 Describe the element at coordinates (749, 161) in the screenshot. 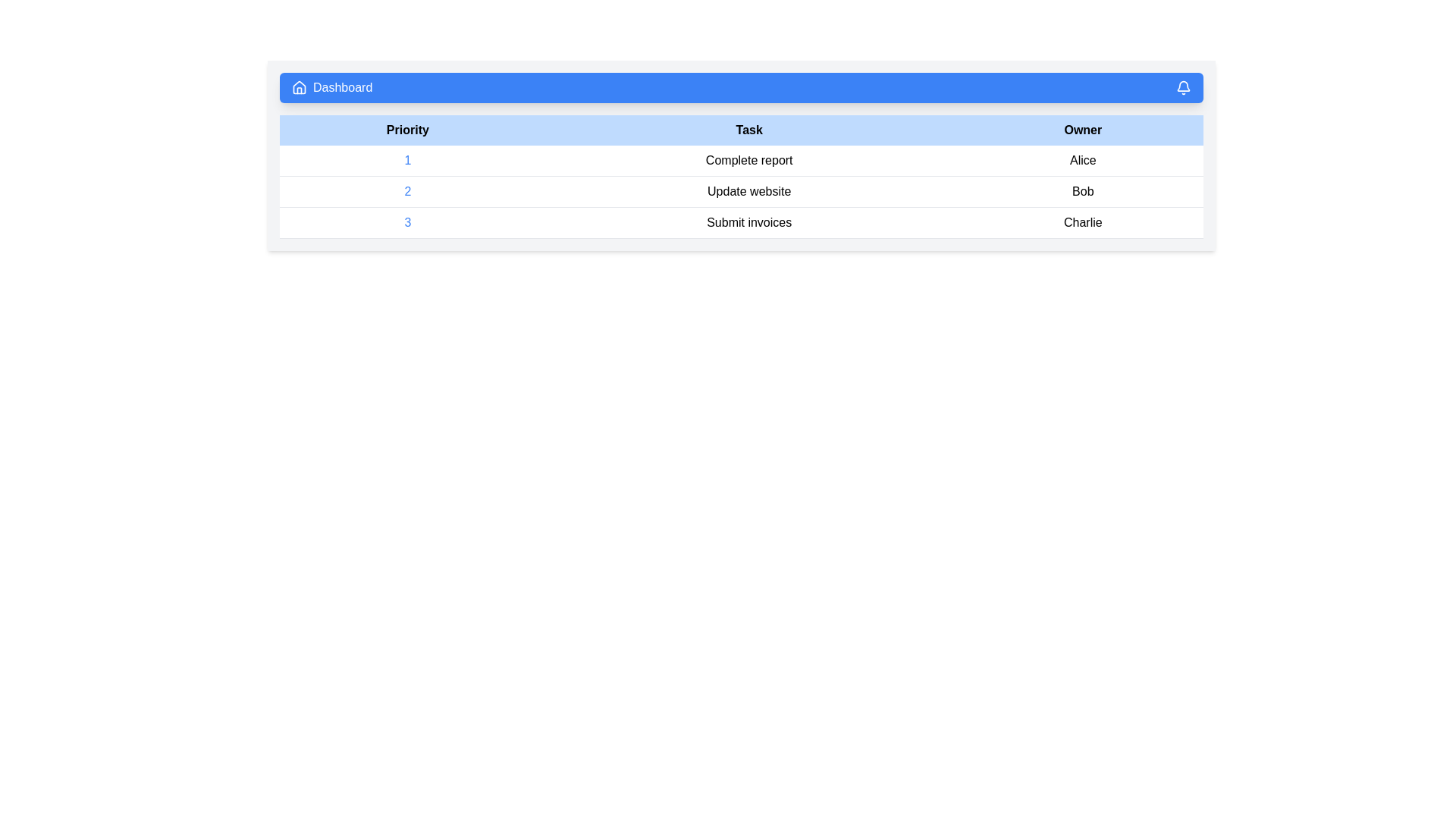

I see `the text label displaying 'Complete report' located in the 'Task' column of the first row under 'Priority' 1 and 'Owner' Alice` at that location.